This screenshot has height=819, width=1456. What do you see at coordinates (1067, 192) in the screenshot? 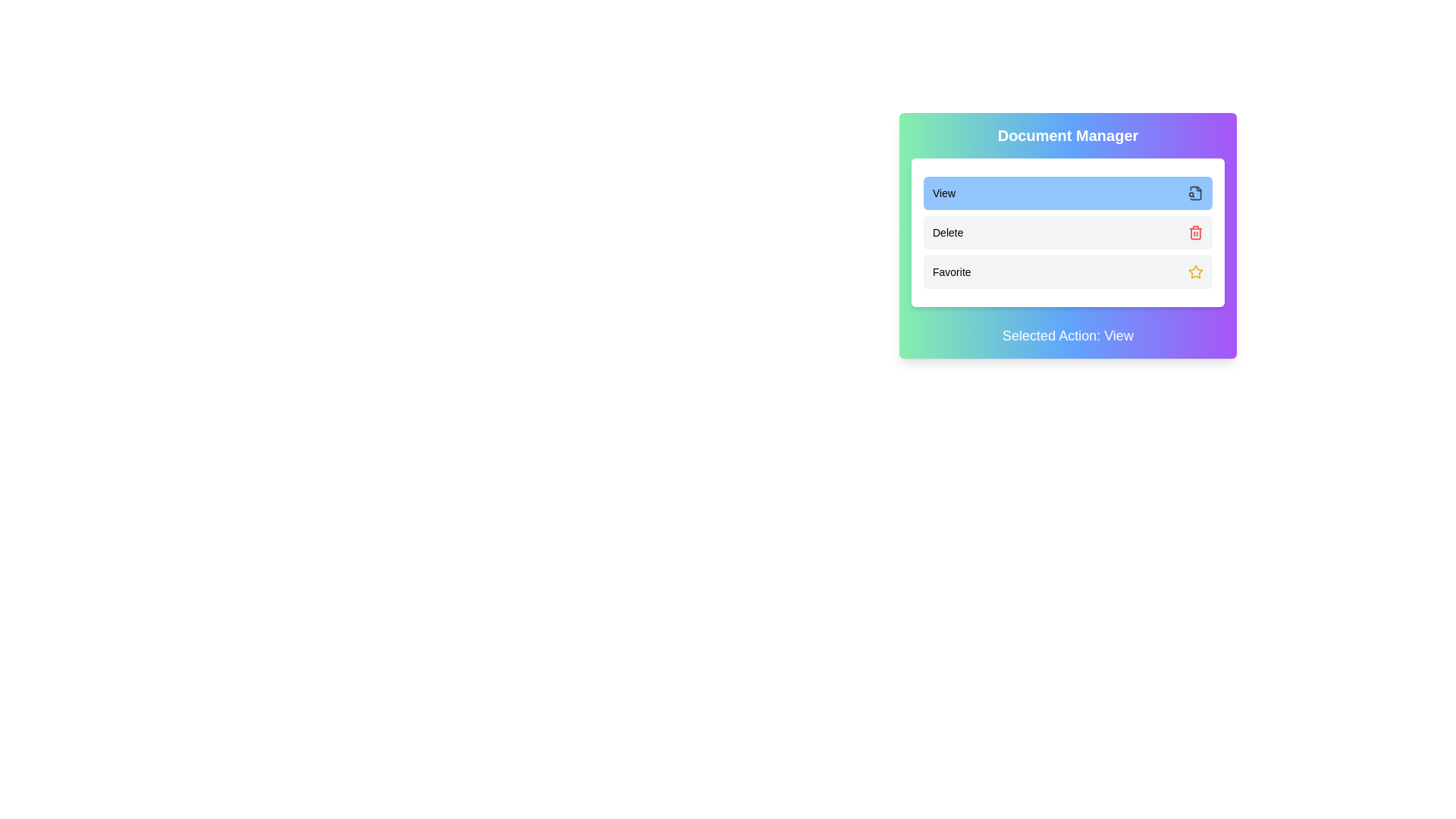
I see `the View button to observe its hover effect` at bounding box center [1067, 192].